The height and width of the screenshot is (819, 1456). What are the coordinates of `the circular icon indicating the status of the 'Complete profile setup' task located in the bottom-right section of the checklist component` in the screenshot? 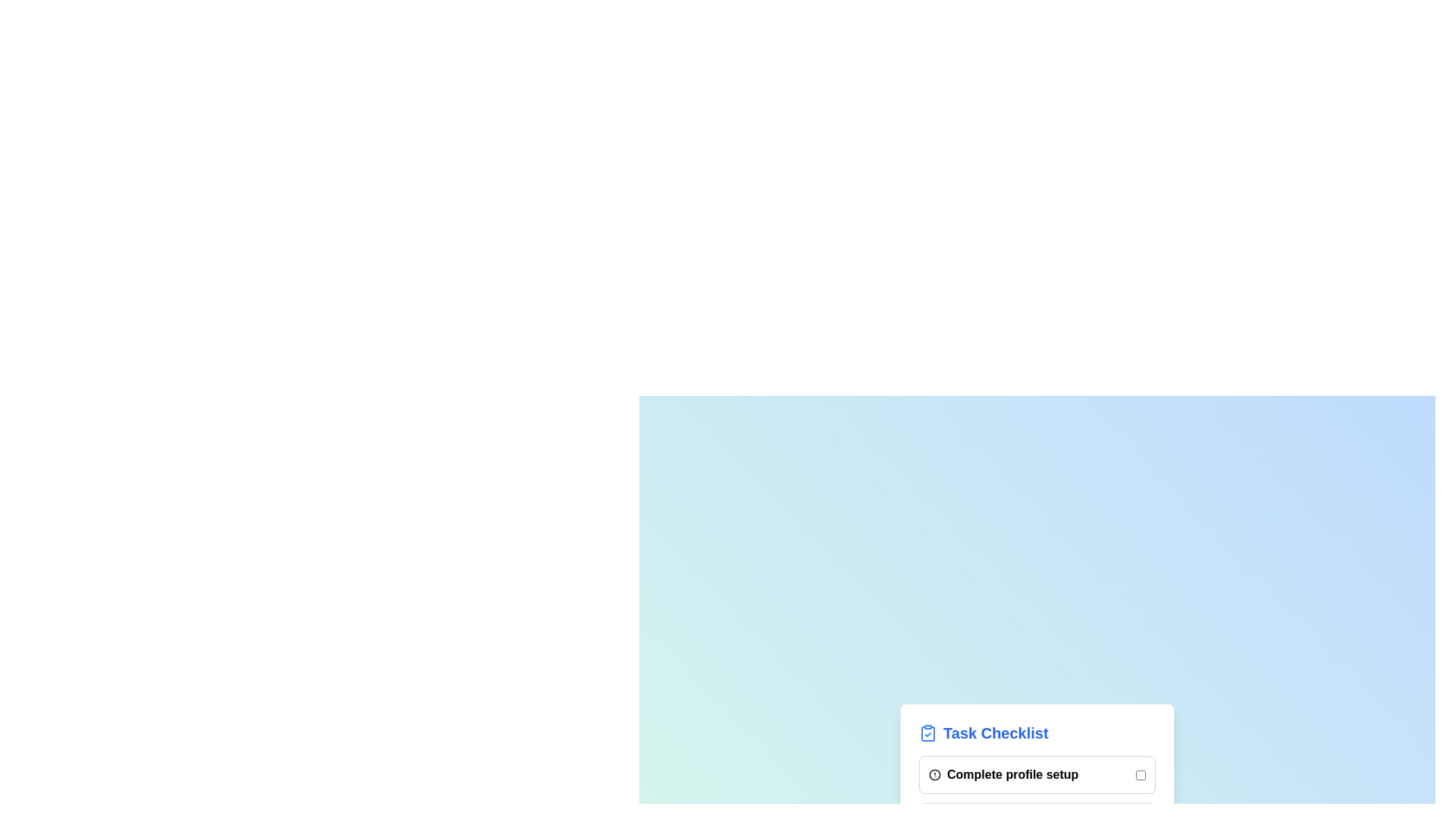 It's located at (934, 775).